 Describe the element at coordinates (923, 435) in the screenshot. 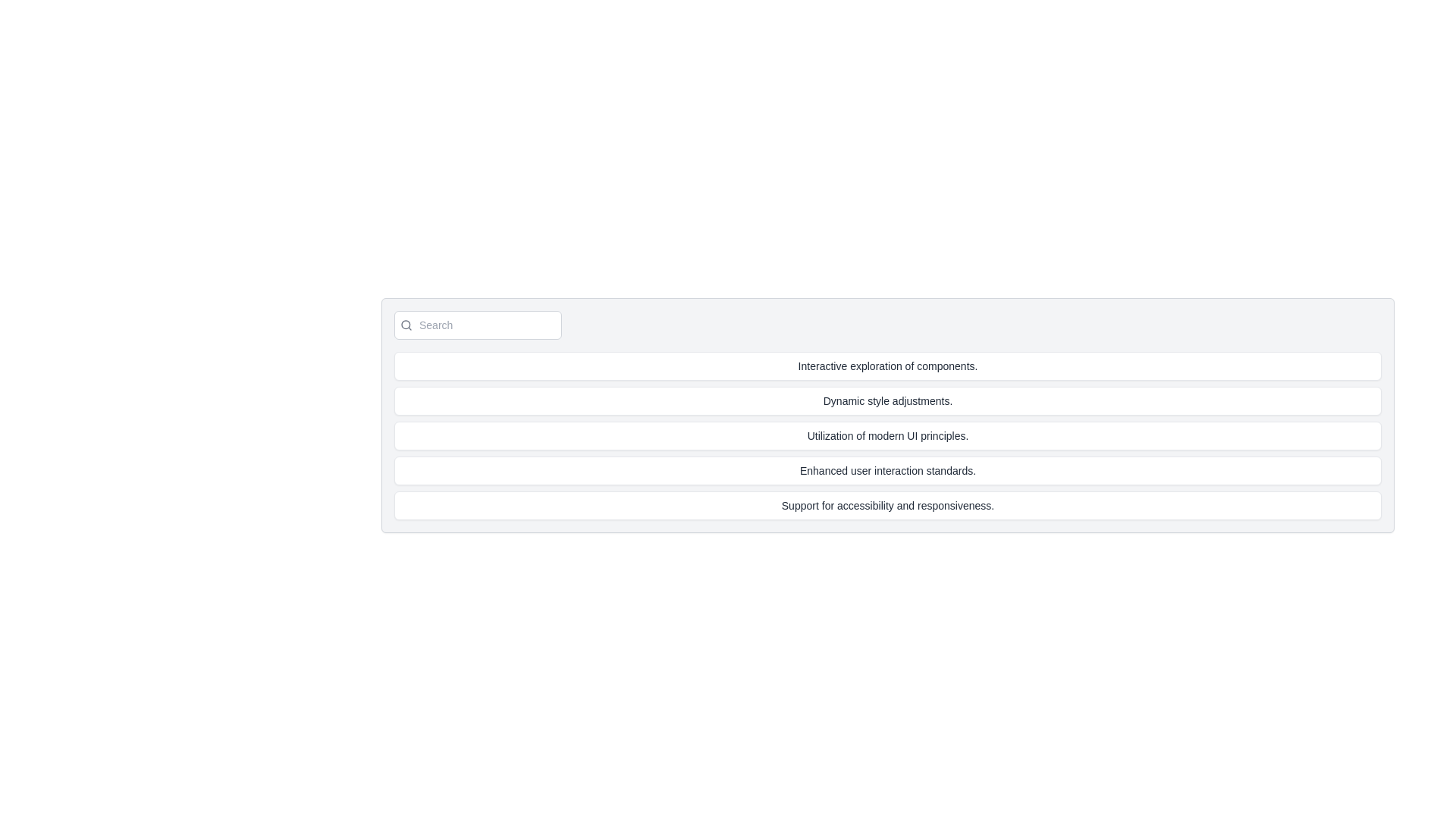

I see `the character 'p' in the word 'principles' of the sentence 'Utilization of modern UI principles.'` at that location.